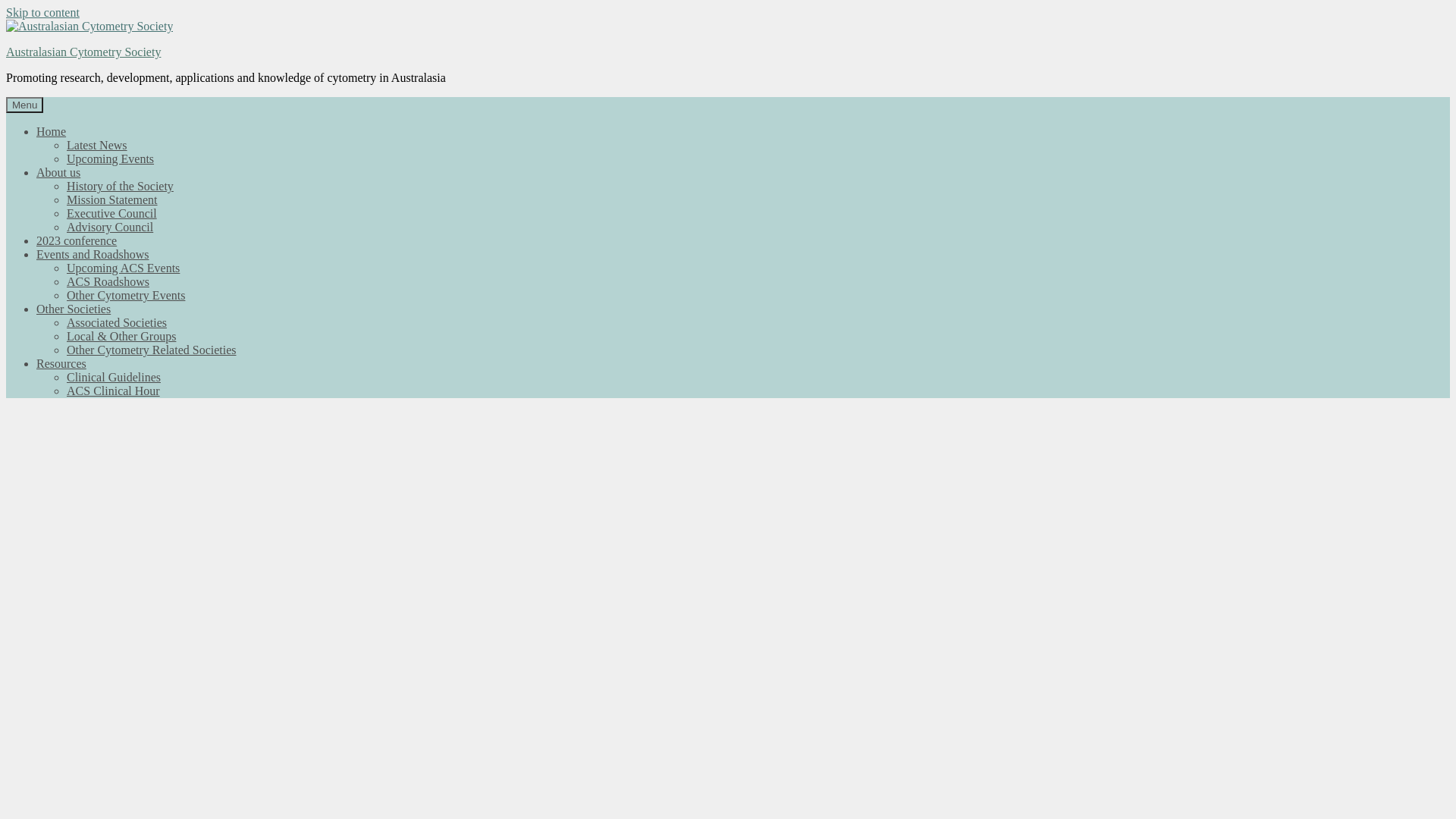 This screenshot has height=819, width=1456. I want to click on '2023 conference', so click(75, 240).